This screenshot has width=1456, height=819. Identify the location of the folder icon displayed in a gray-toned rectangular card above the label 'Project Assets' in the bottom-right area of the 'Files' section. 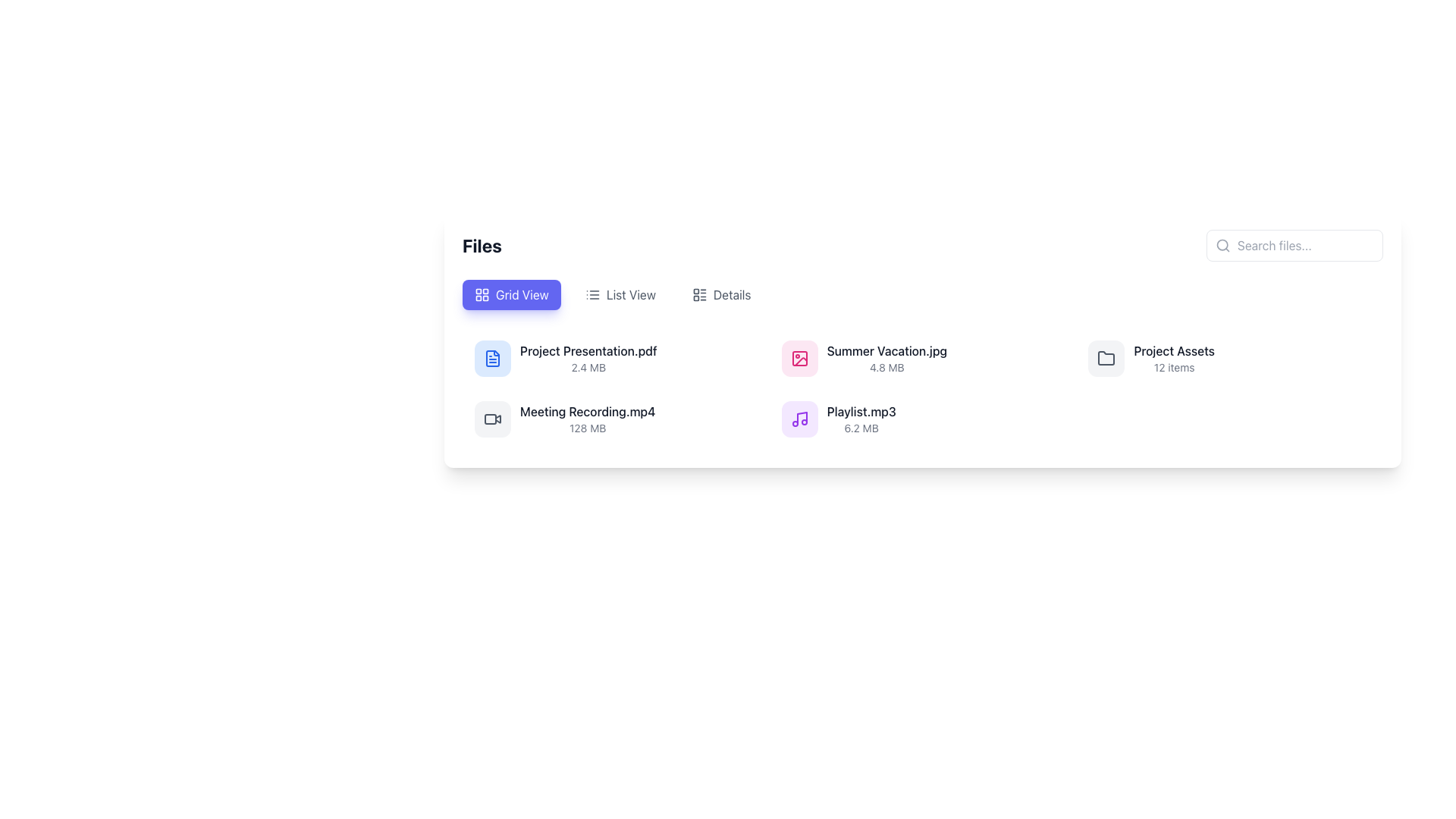
(1106, 359).